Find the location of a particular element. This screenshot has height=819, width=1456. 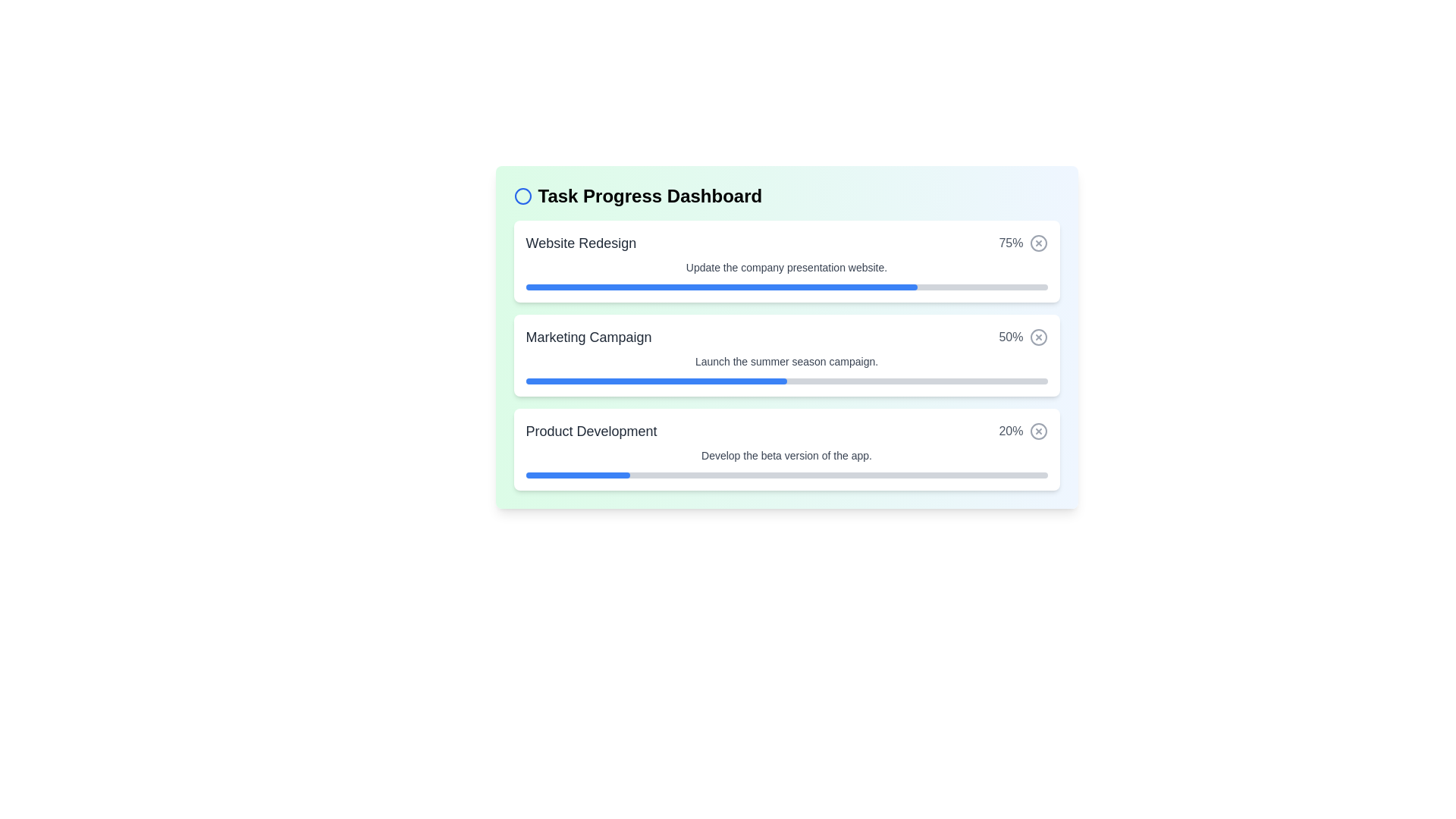

the Text Label displaying '50%' styled with a gray-colored font, located in the second progress bar section of the dashboard interface, right of the blue progress bar and before the small circular icon with an 'X' mark is located at coordinates (1011, 336).